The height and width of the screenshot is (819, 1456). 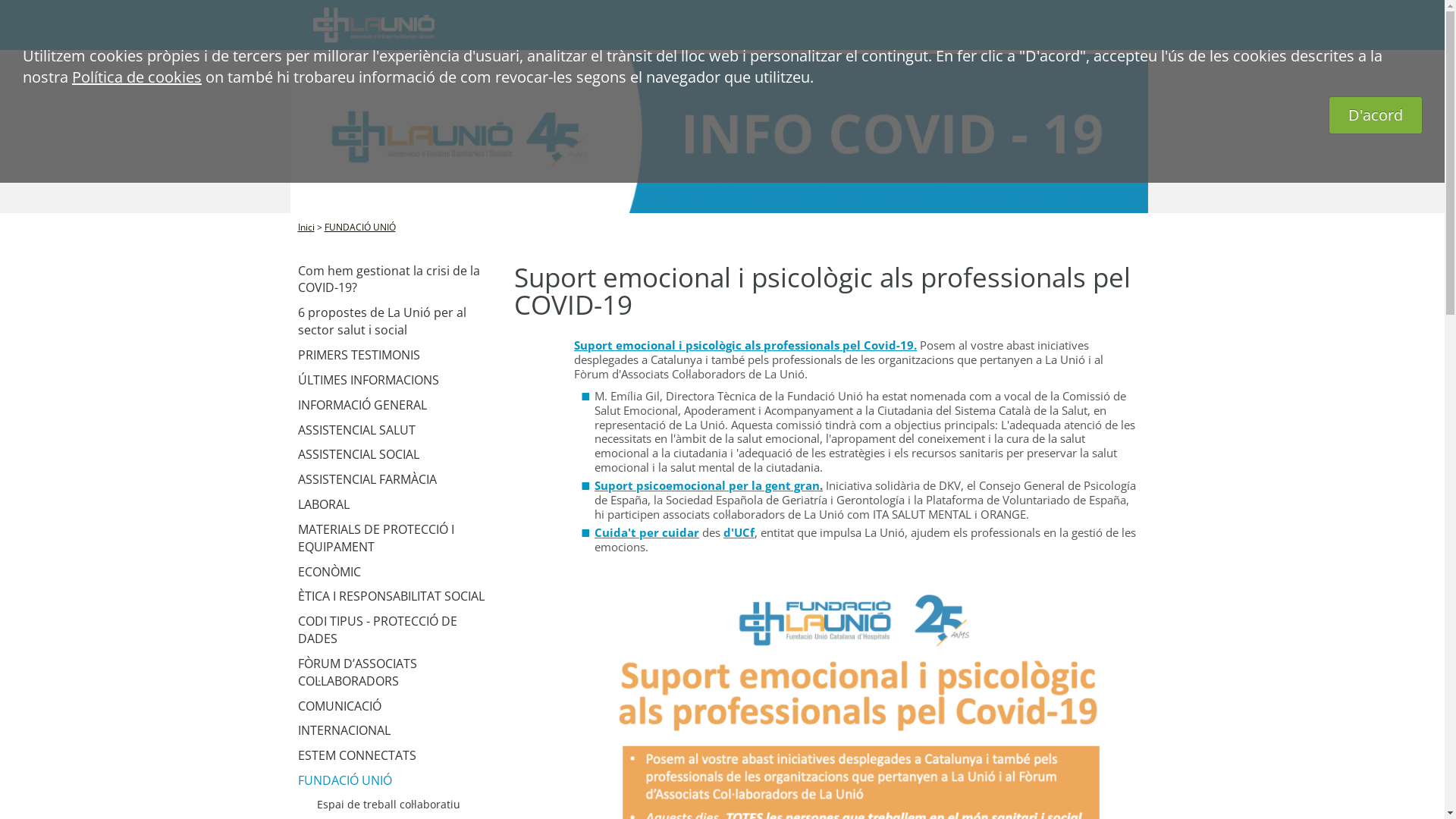 What do you see at coordinates (1328, 114) in the screenshot?
I see `'D'acord'` at bounding box center [1328, 114].